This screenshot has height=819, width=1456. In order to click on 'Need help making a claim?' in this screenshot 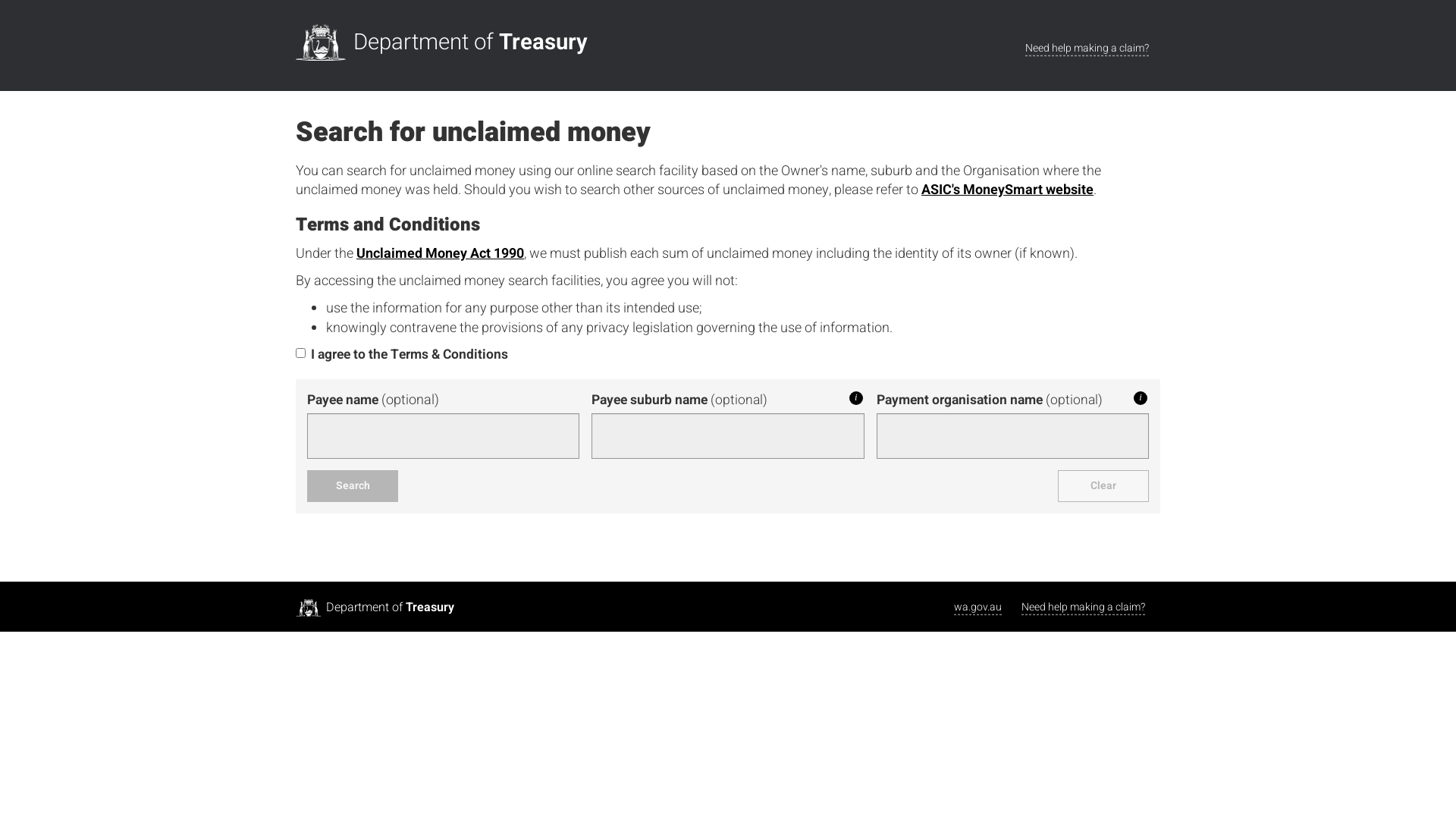, I will do `click(1086, 48)`.